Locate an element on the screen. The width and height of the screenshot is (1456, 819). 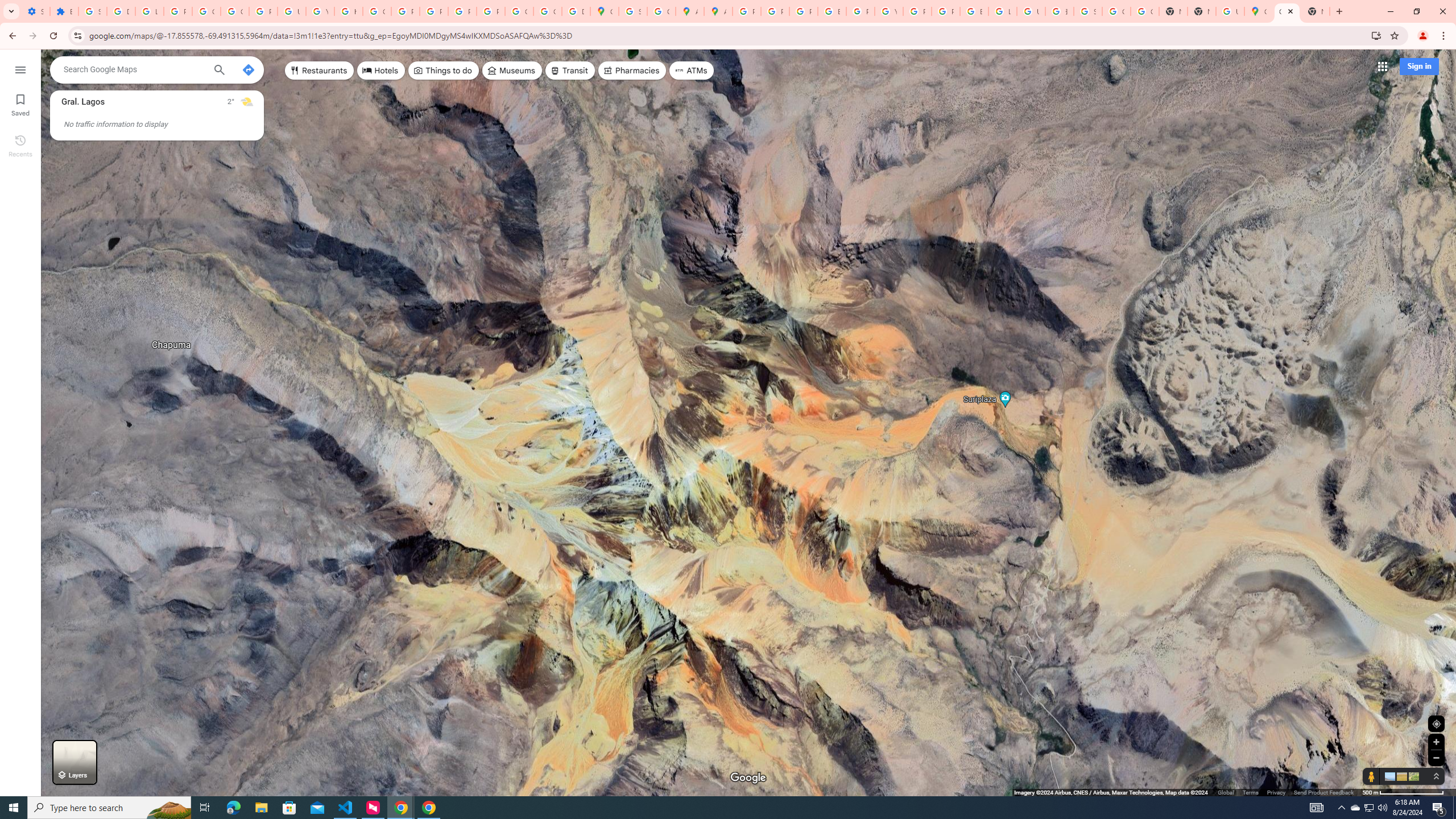
'Privacy Help Center - Policies Help' is located at coordinates (804, 11).